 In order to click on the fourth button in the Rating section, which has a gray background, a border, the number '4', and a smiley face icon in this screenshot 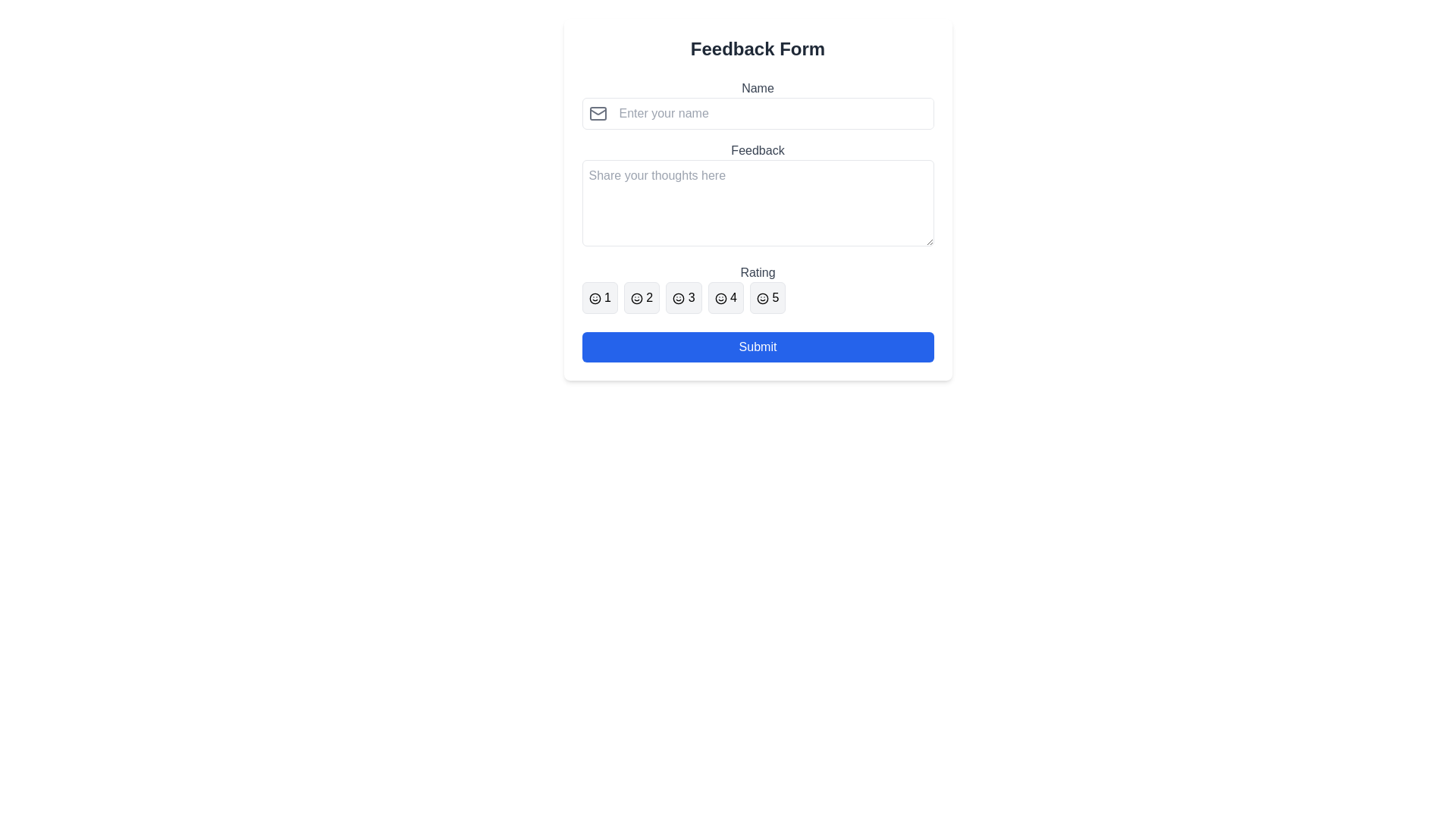, I will do `click(725, 298)`.